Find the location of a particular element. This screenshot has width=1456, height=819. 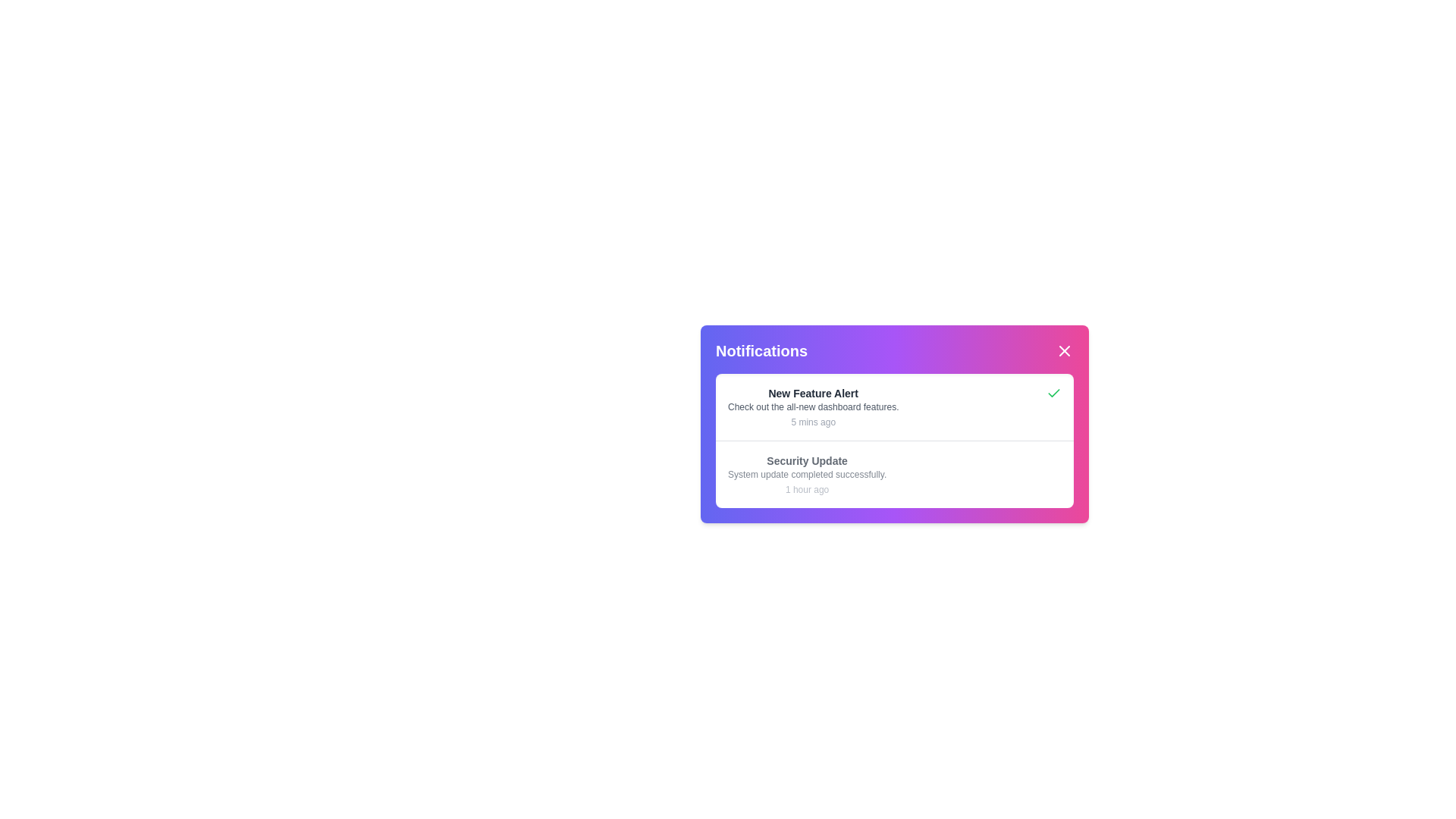

text 'Security Update' which is the title of the second notification item in the notification panel, displayed in bold dark gray font is located at coordinates (806, 460).